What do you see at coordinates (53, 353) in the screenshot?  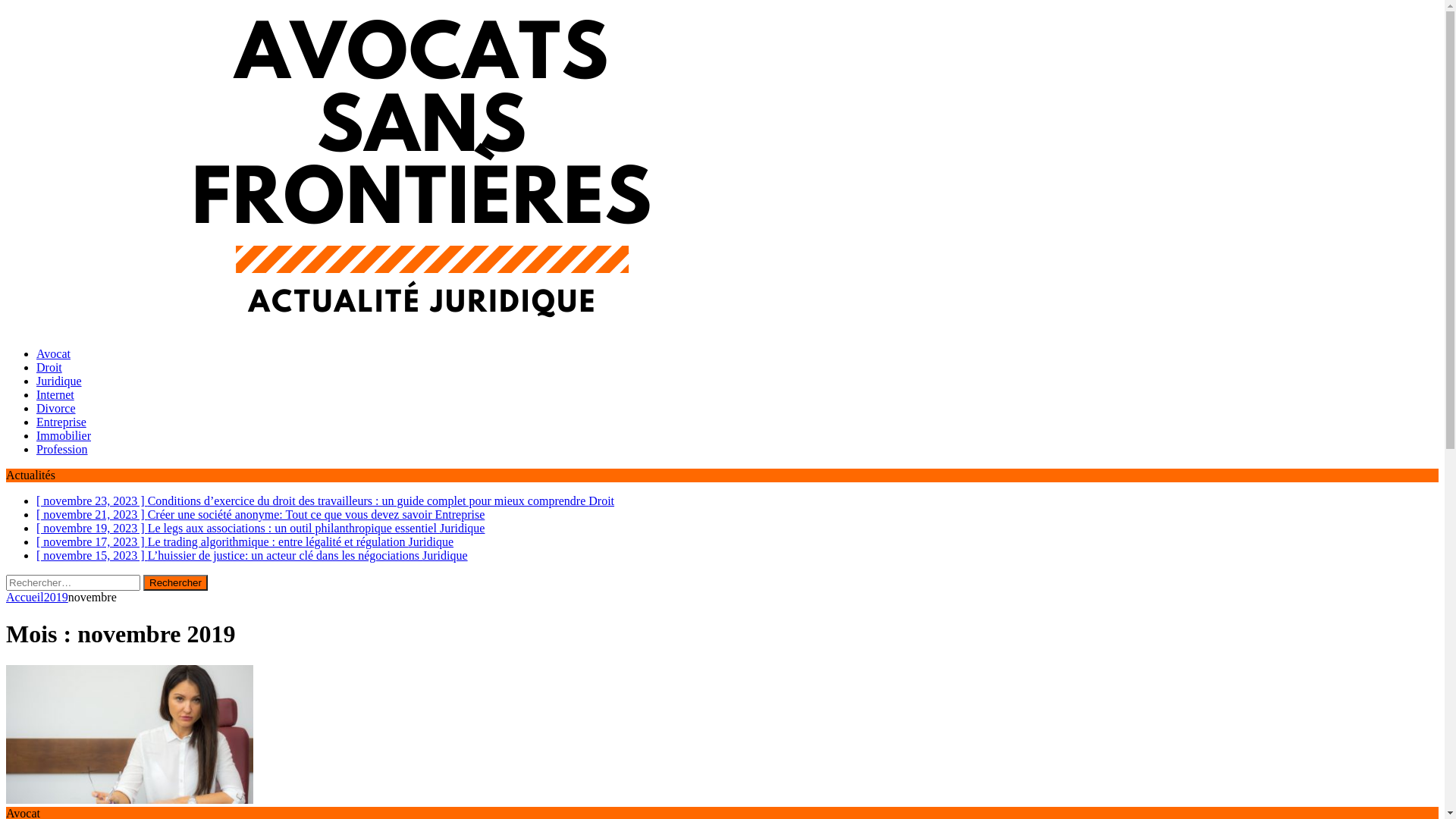 I see `'Avocat'` at bounding box center [53, 353].